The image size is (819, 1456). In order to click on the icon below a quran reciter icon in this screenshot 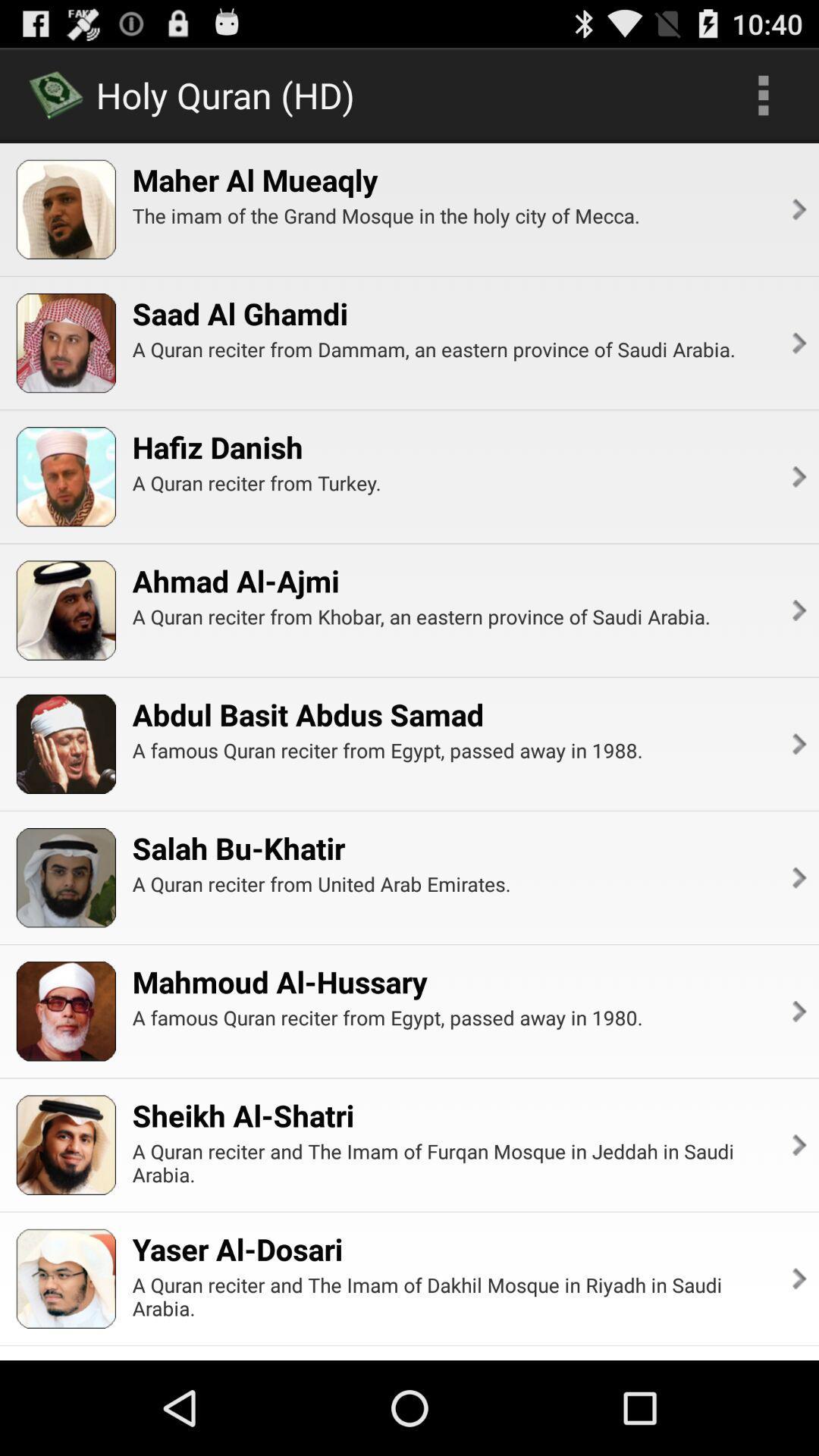, I will do `click(797, 475)`.